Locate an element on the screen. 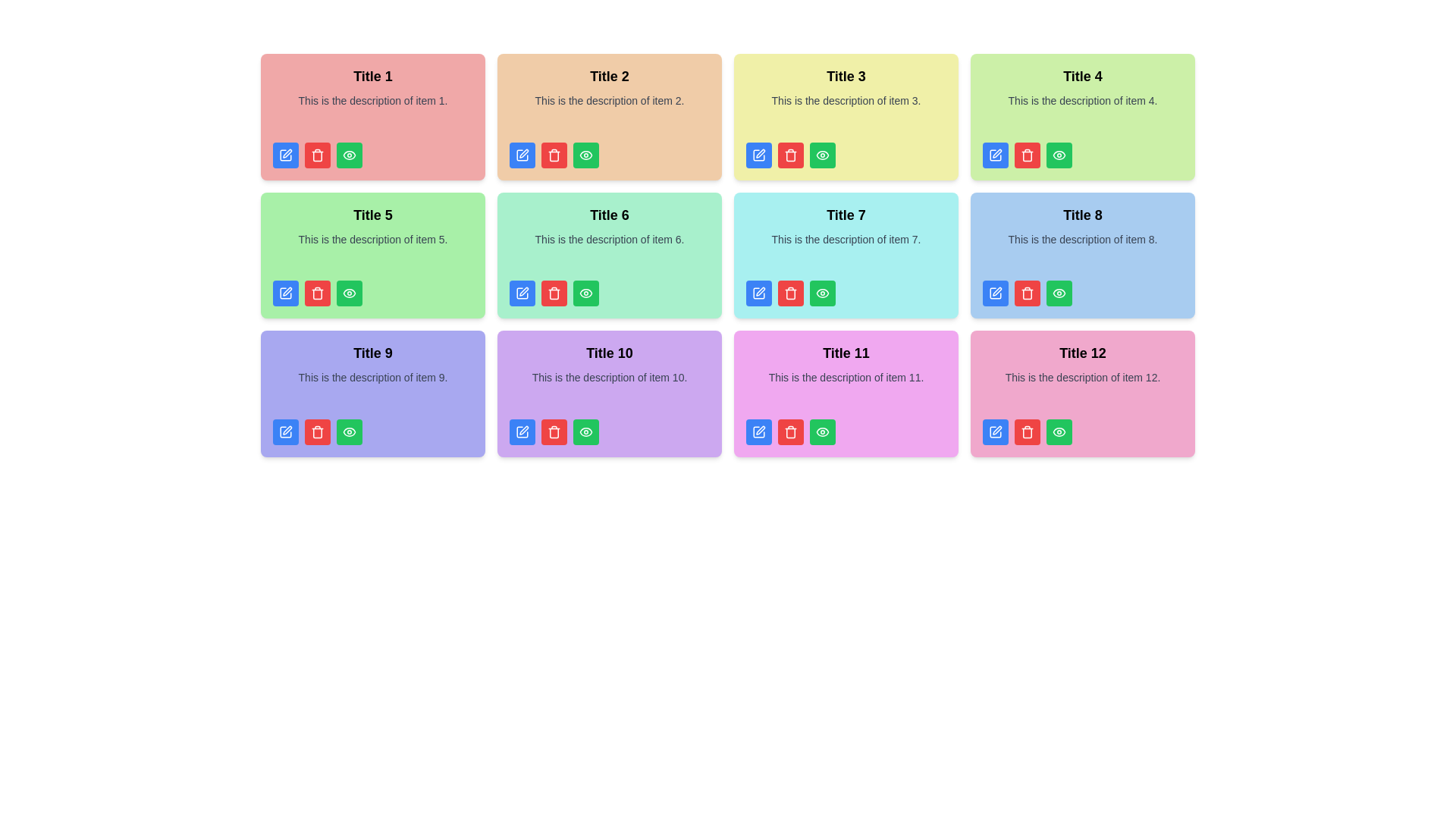  the eye-shaped icon located at the bottom right of the card labeled 'Title 3' is located at coordinates (821, 155).